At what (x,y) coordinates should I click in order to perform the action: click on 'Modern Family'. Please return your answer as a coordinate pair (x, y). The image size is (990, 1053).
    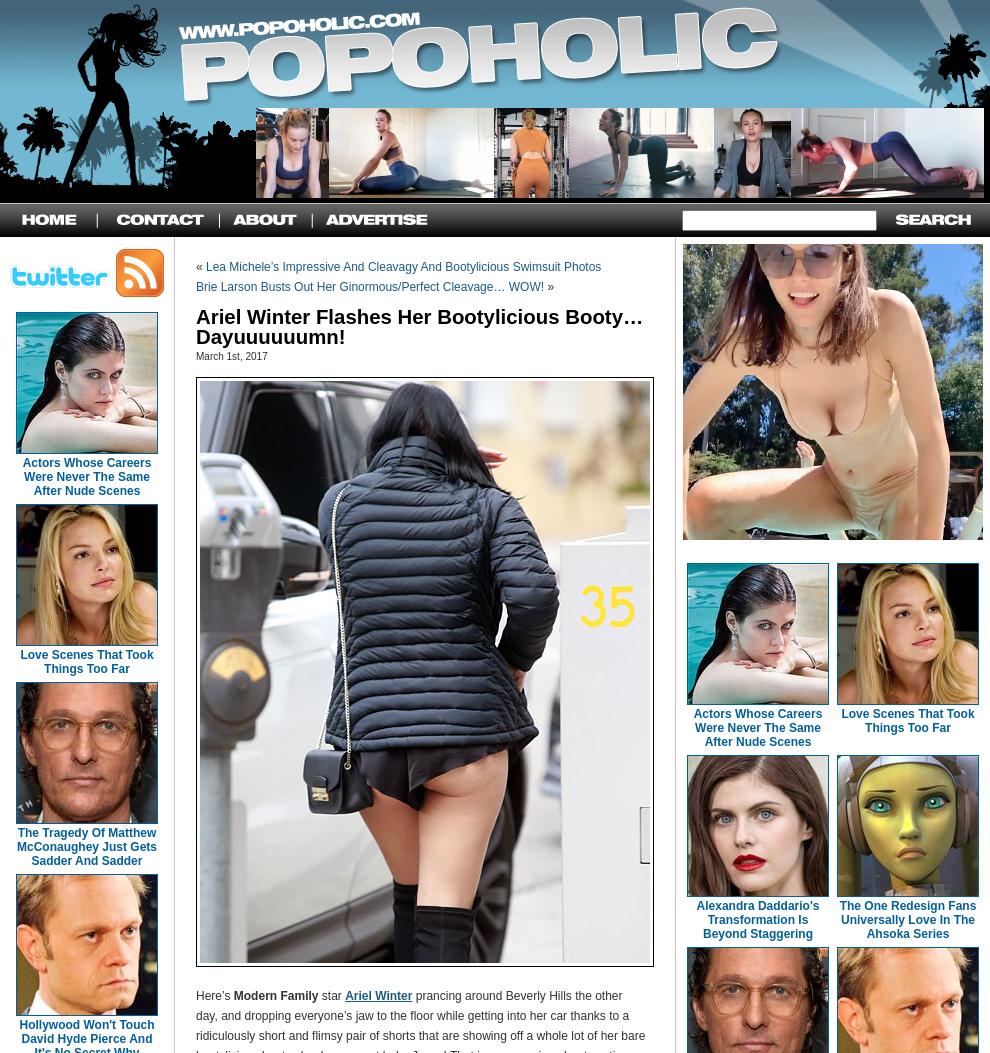
    Looking at the image, I should click on (275, 996).